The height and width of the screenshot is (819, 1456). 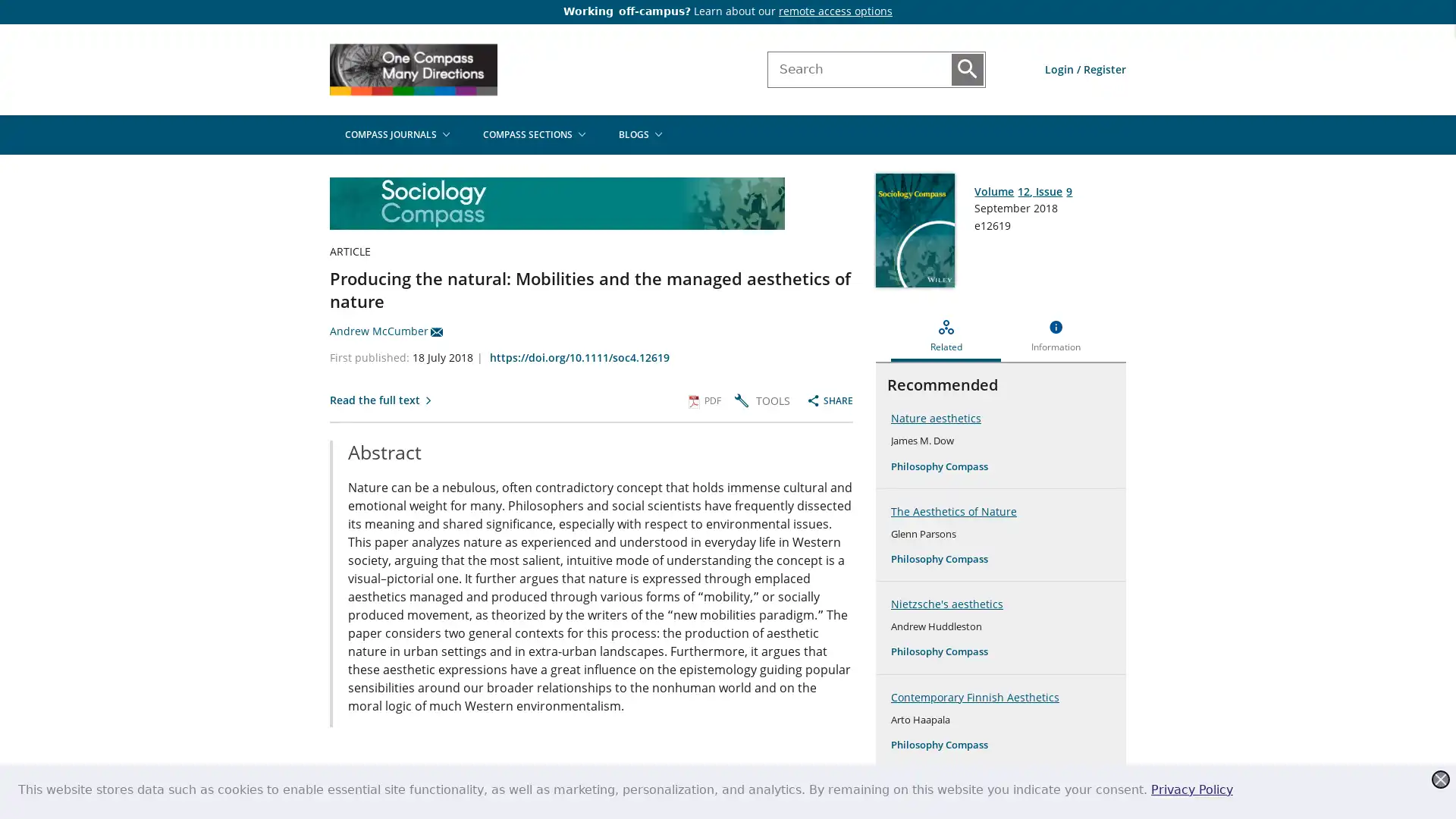 I want to click on Log in or Register, so click(x=1084, y=69).